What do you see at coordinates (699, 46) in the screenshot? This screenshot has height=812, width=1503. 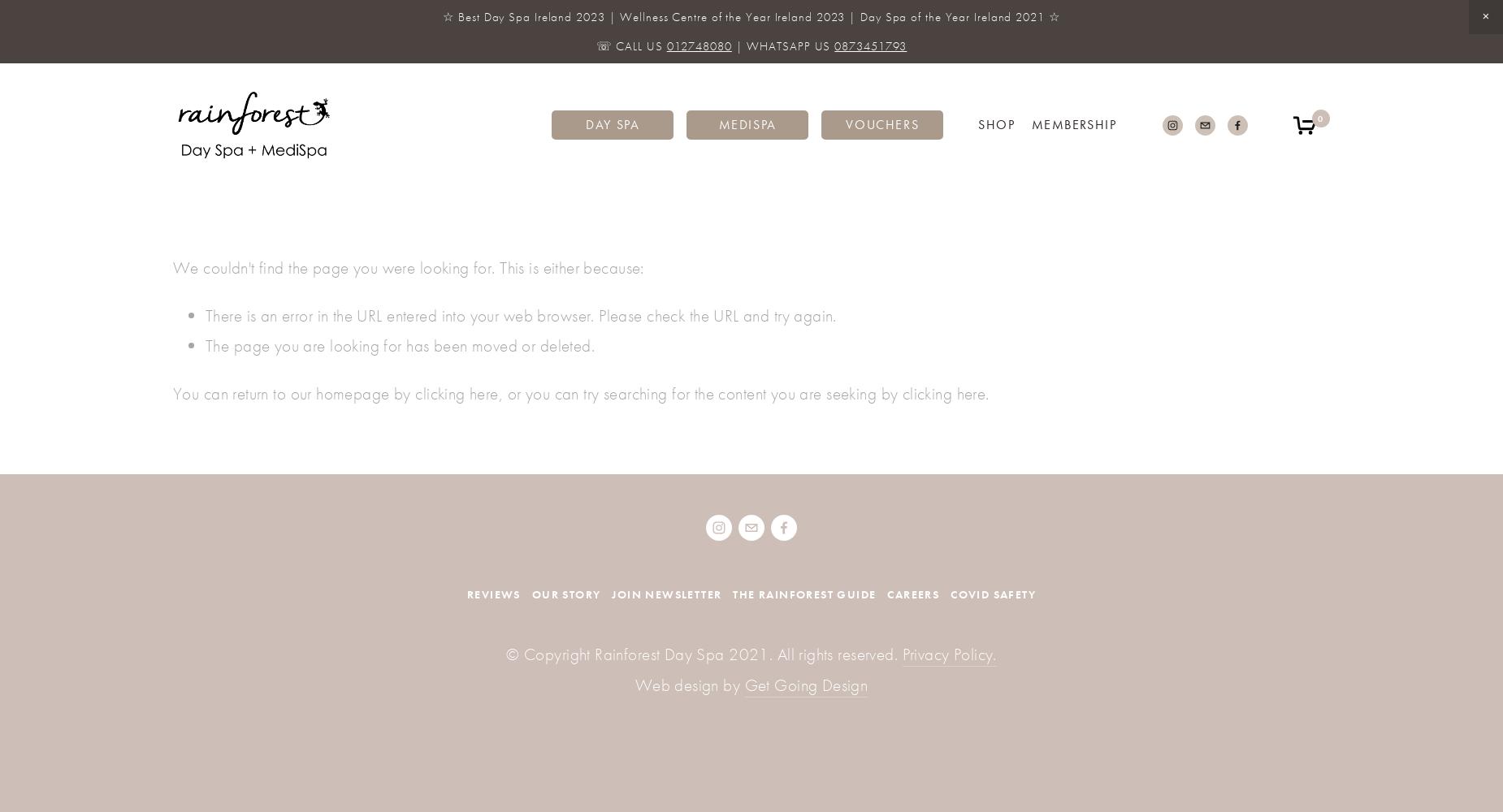 I see `'012748080'` at bounding box center [699, 46].